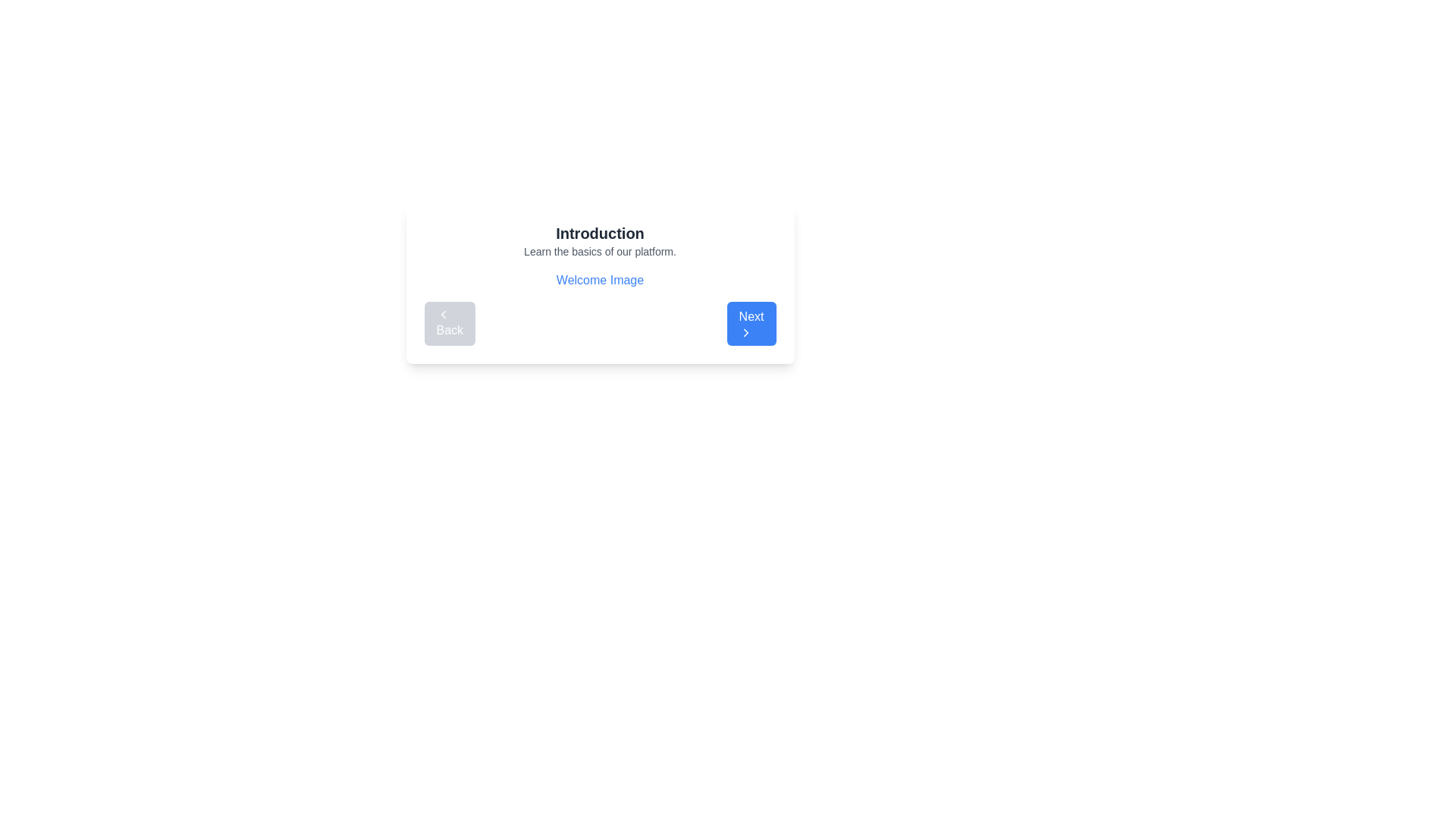 The width and height of the screenshot is (1456, 819). What do you see at coordinates (752, 323) in the screenshot?
I see `the 'Next' button, which has a bold blue background and white text` at bounding box center [752, 323].